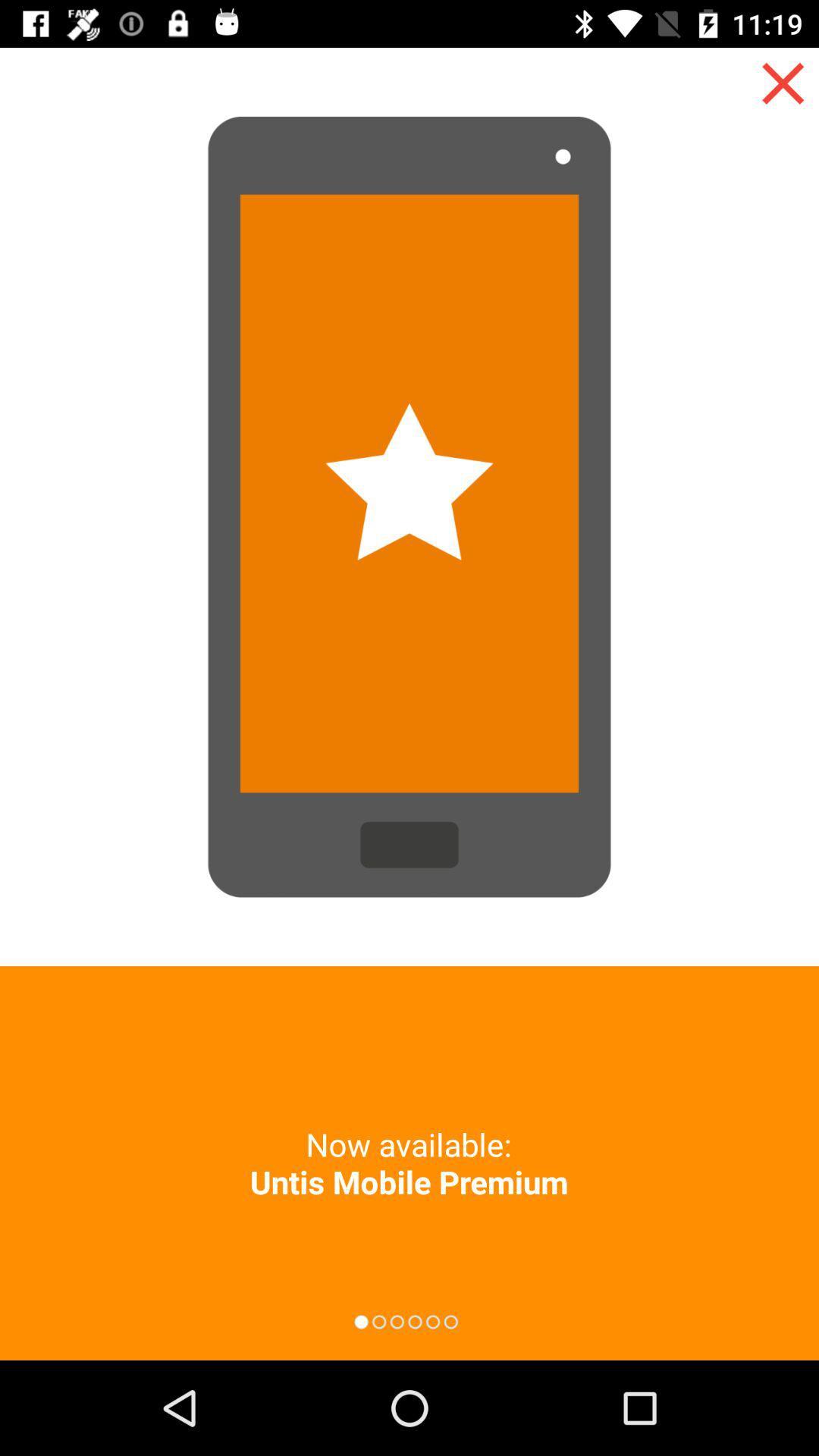  I want to click on window, so click(783, 83).